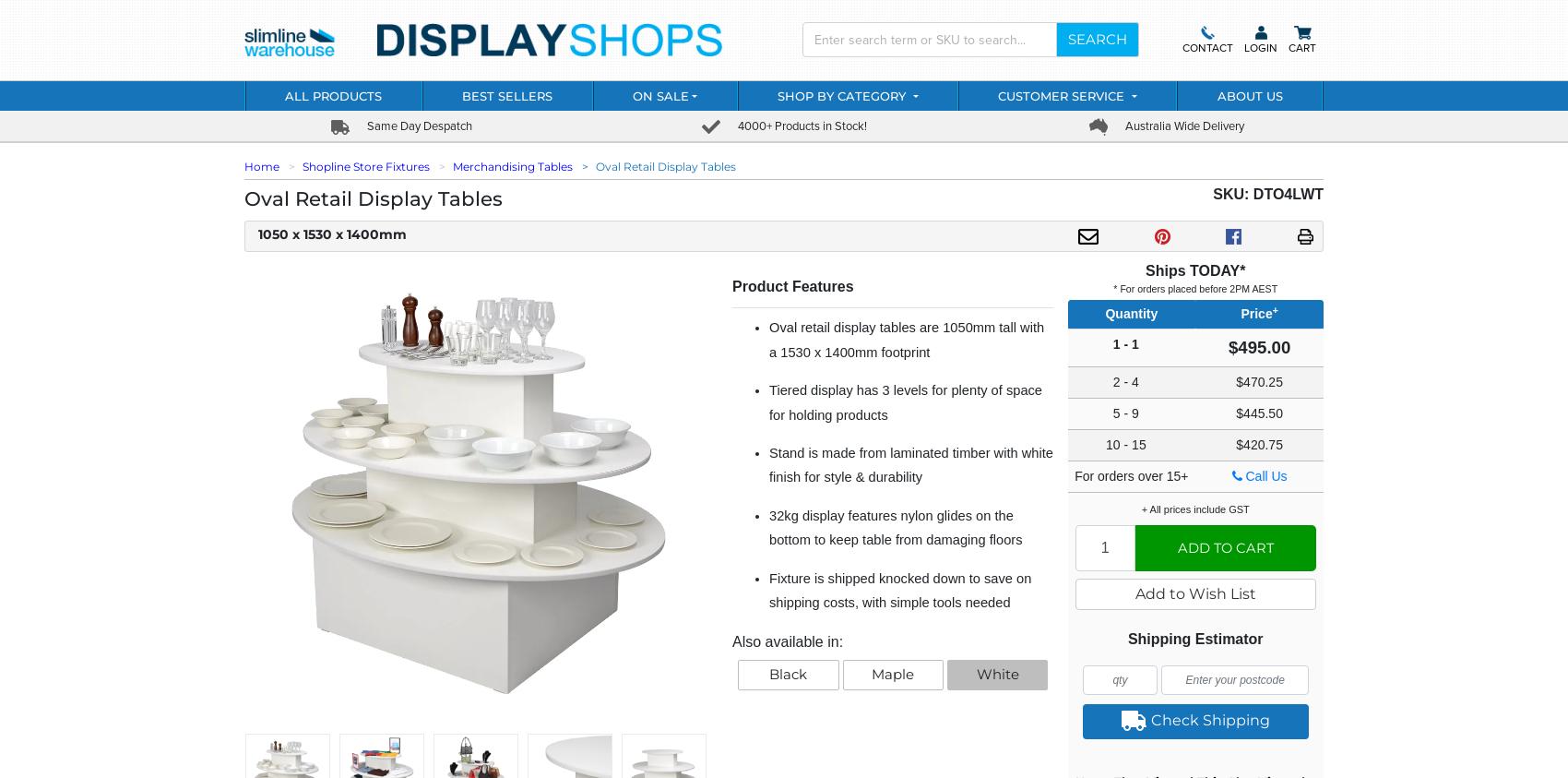  I want to click on 'SKU: DTO4LWT', so click(1267, 193).